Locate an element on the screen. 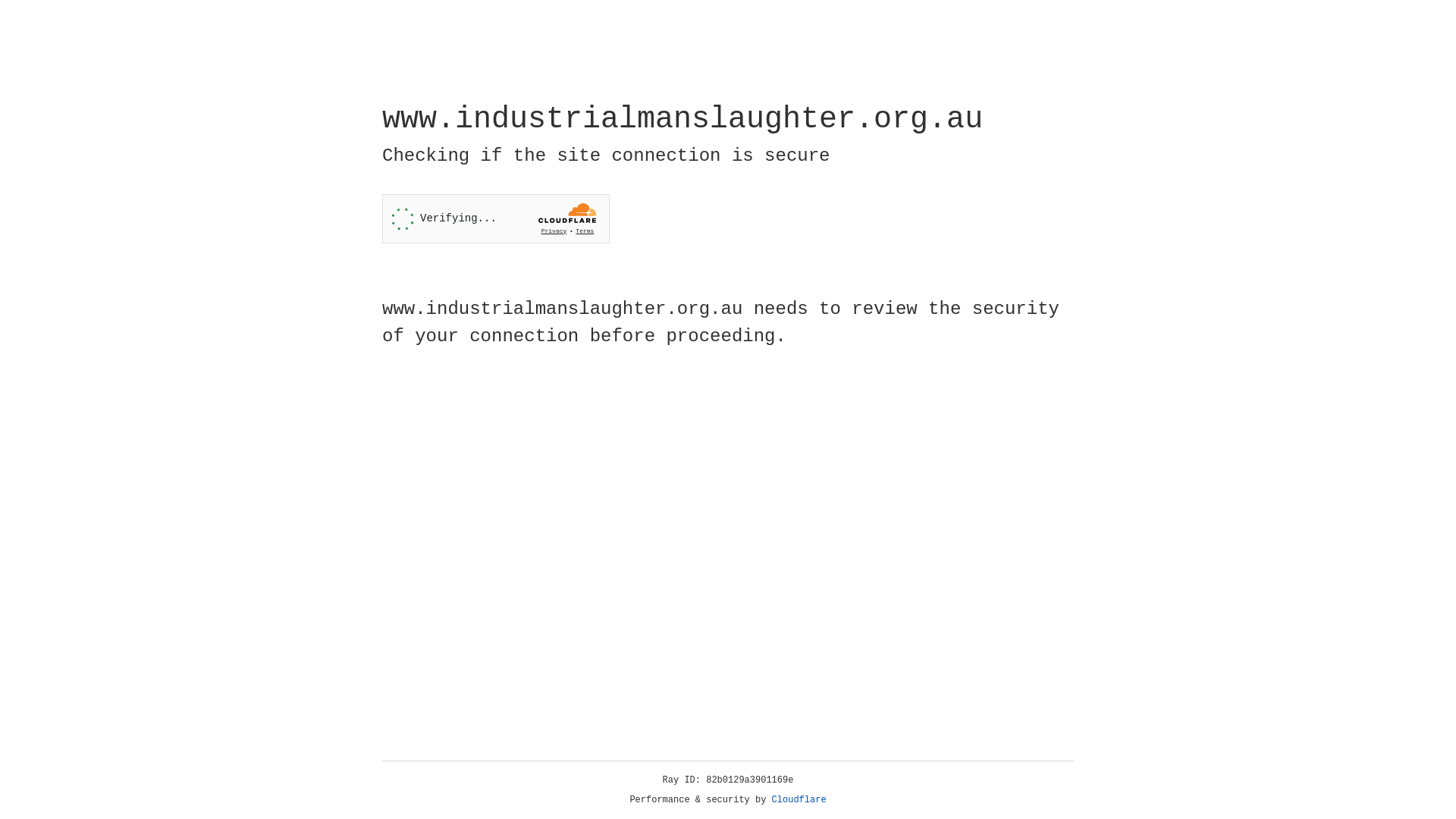 Image resolution: width=1456 pixels, height=819 pixels. 'Widget containing a Cloudflare security challenge' is located at coordinates (495, 218).